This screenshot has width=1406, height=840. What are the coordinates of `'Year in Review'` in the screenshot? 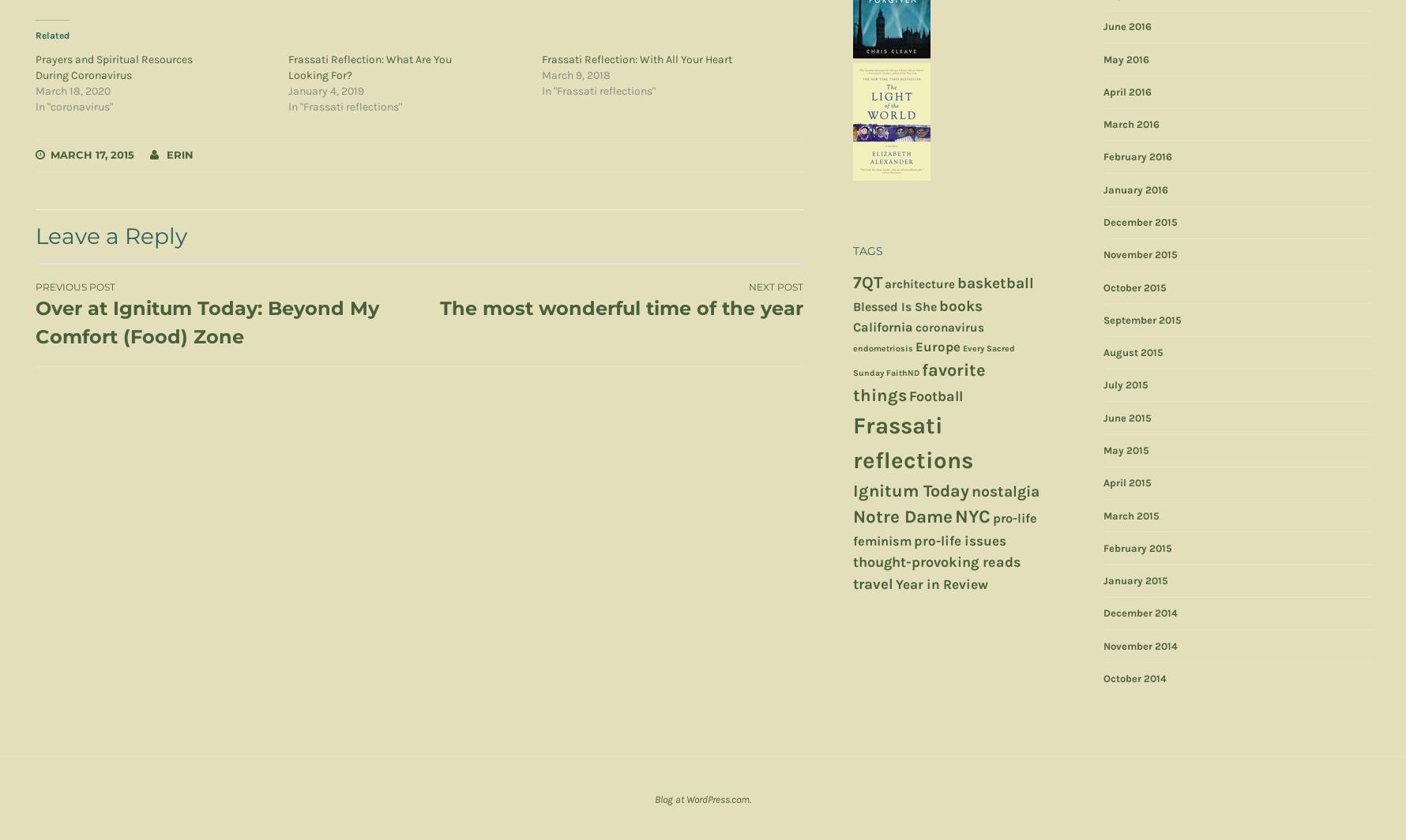 It's located at (895, 584).